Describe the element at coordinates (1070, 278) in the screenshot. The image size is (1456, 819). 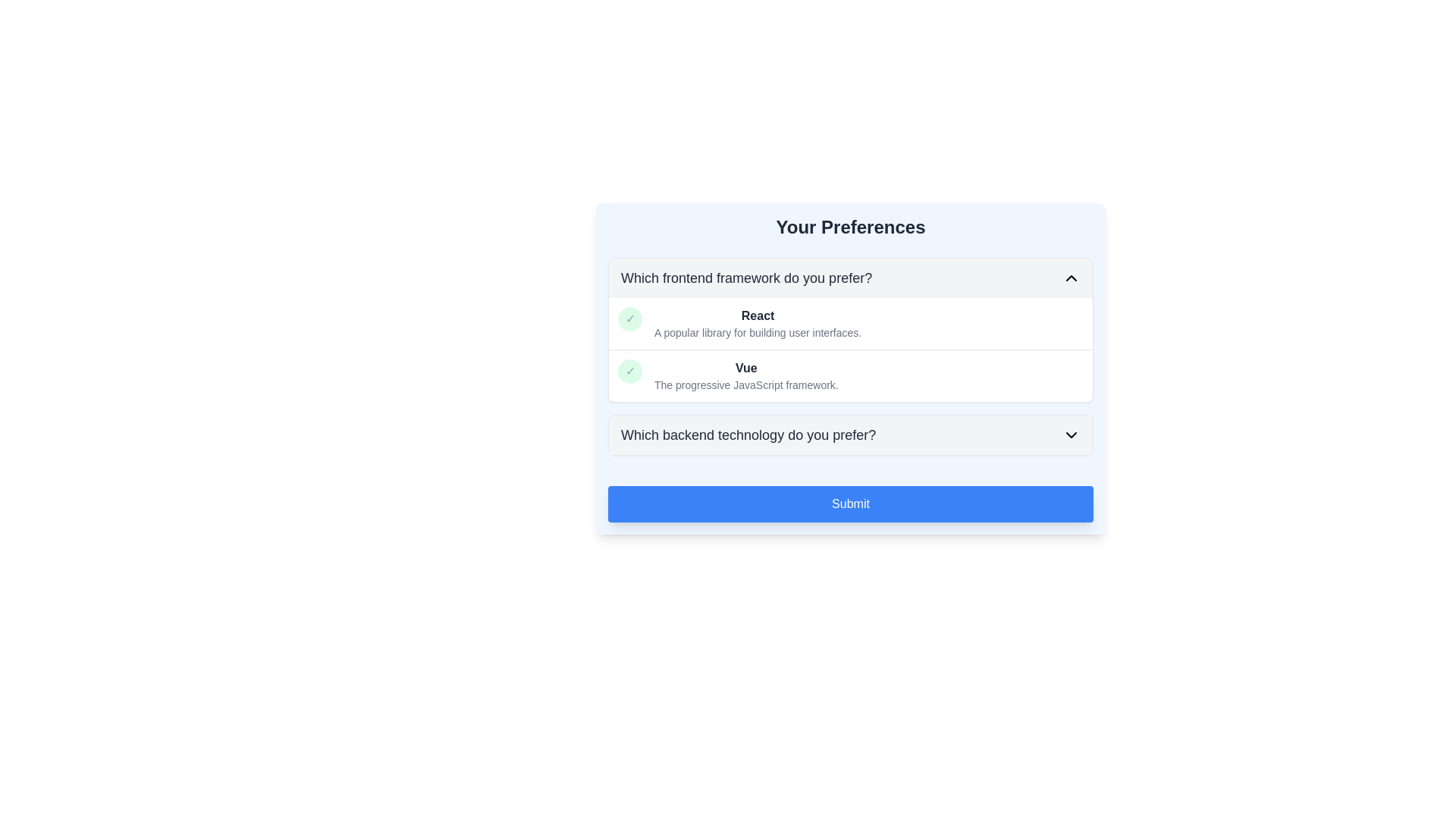
I see `the upward-pointing chevron icon located in the upper-right of the 'Which frontend framework do you prefer?' section to interact with it` at that location.